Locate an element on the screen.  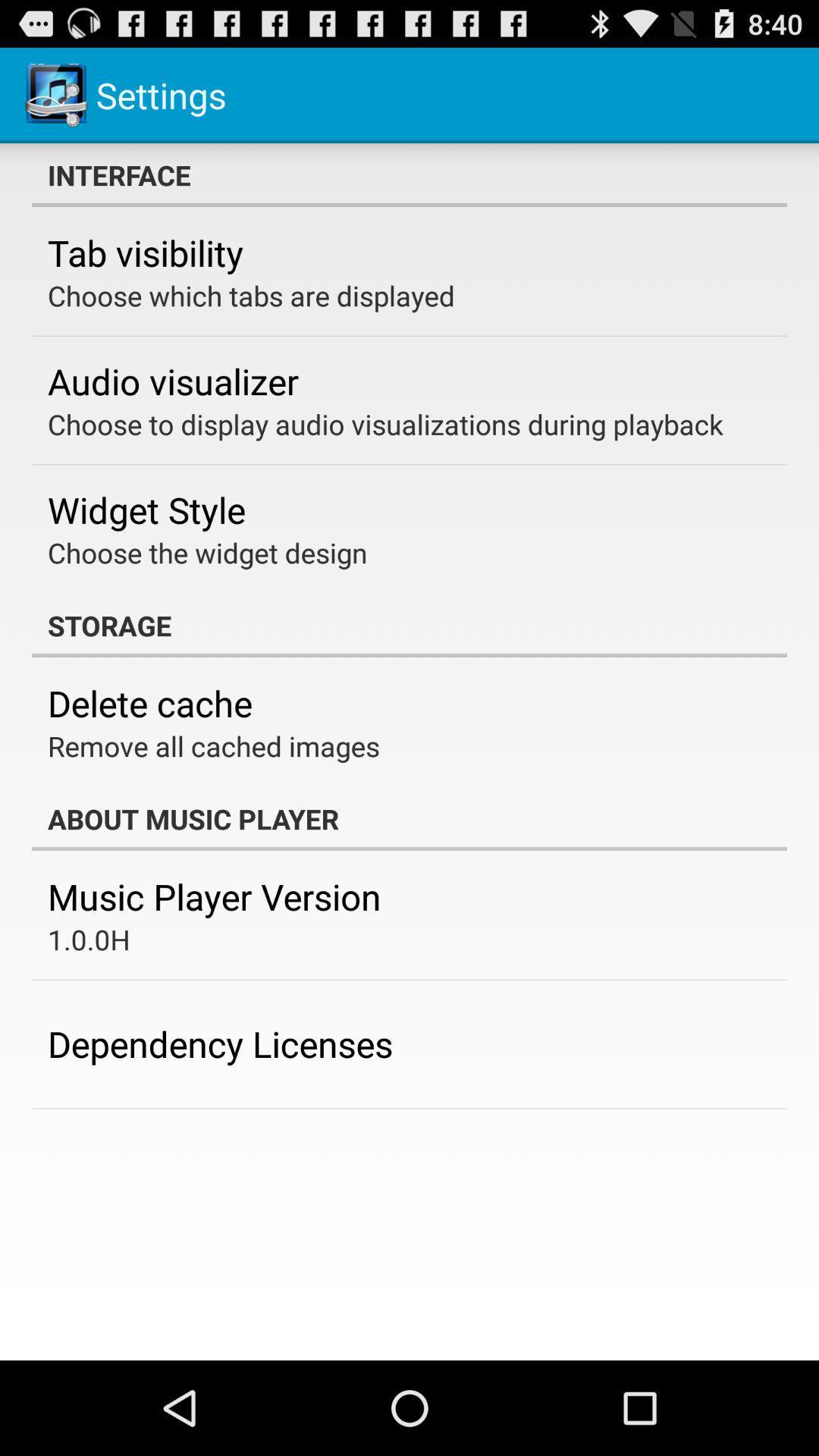
the app at the bottom left corner is located at coordinates (220, 1043).